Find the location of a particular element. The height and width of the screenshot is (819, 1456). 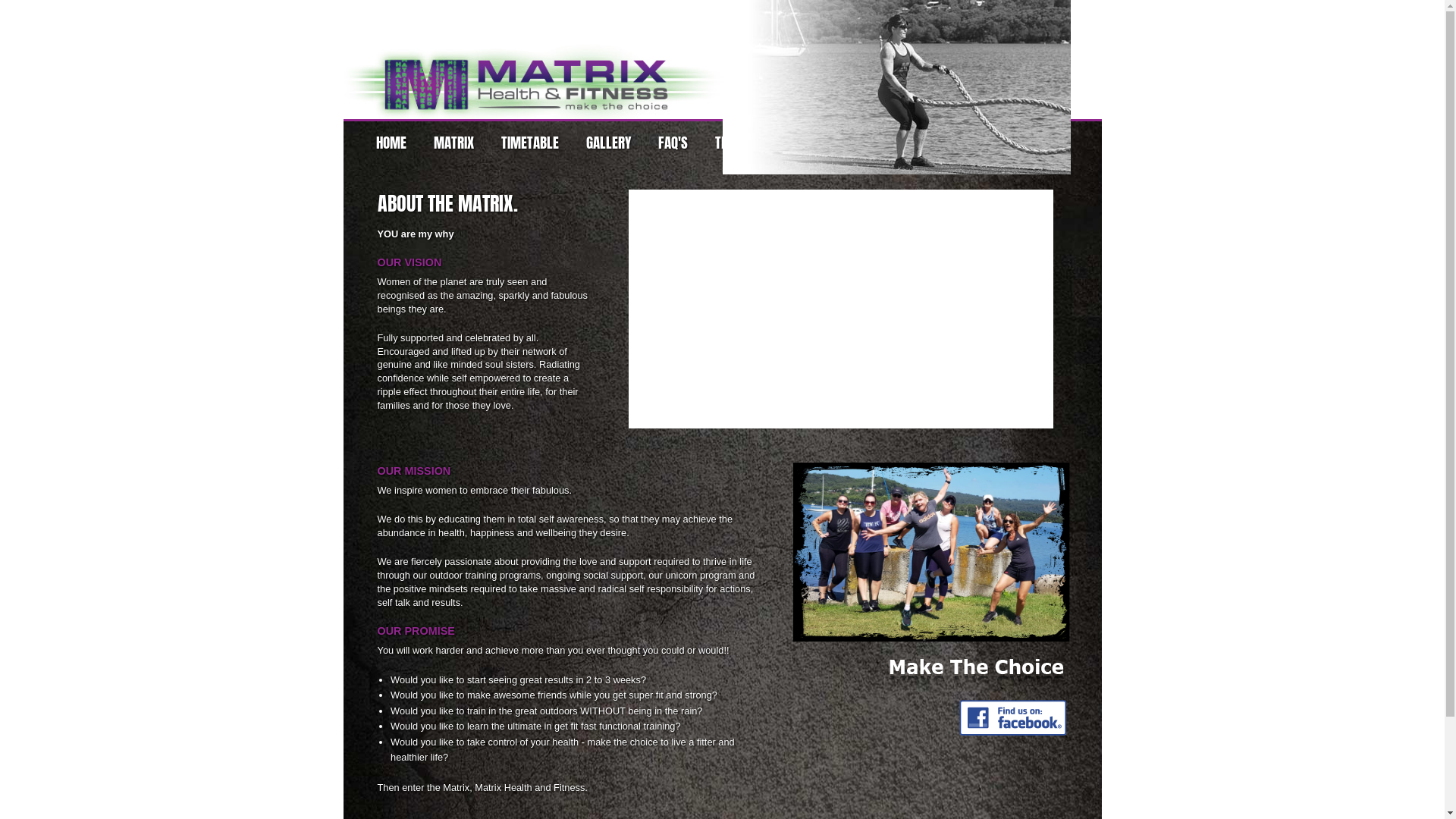

'MY STORY' is located at coordinates (843, 142).